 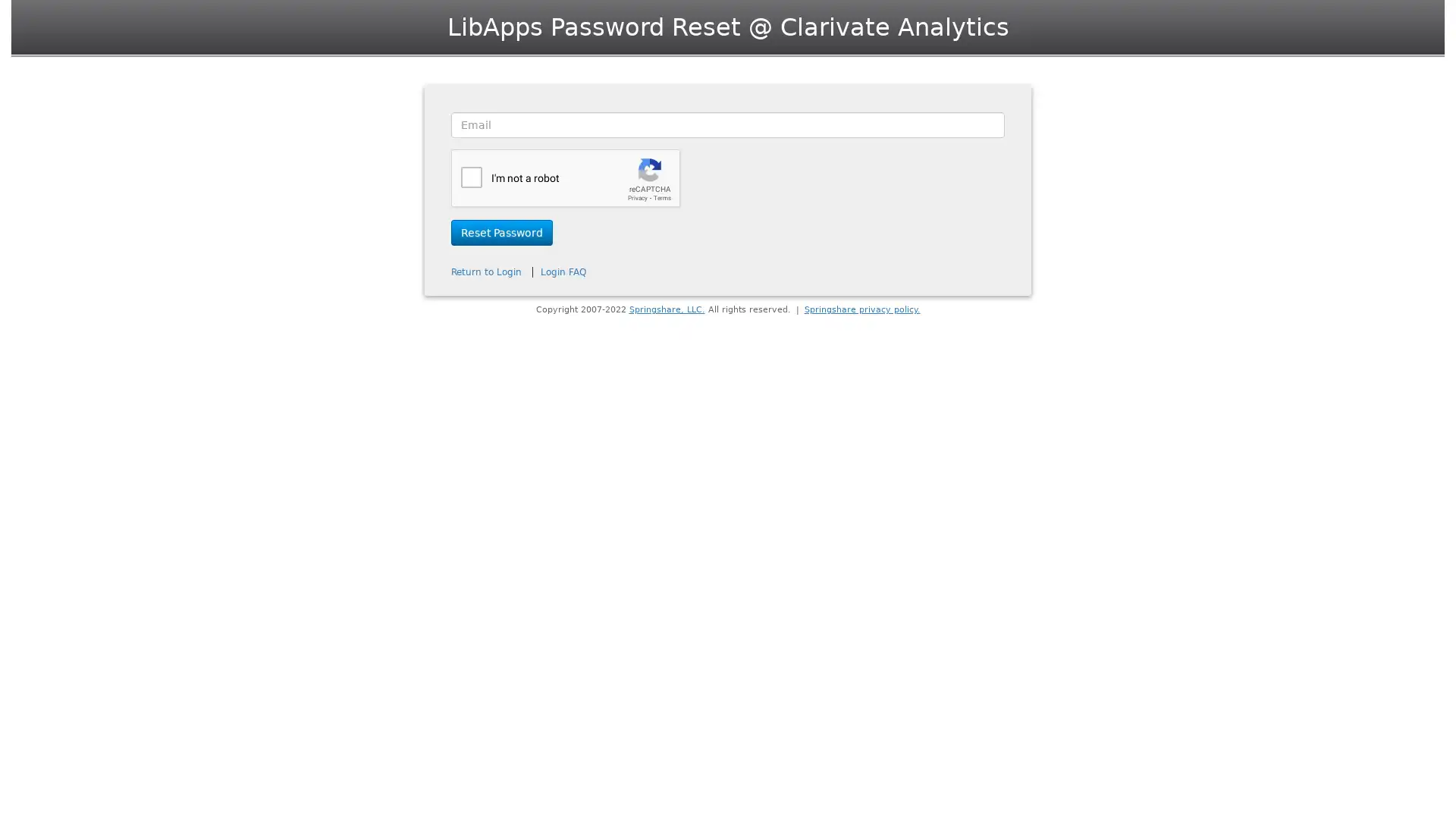 I want to click on Reset Password, so click(x=502, y=233).